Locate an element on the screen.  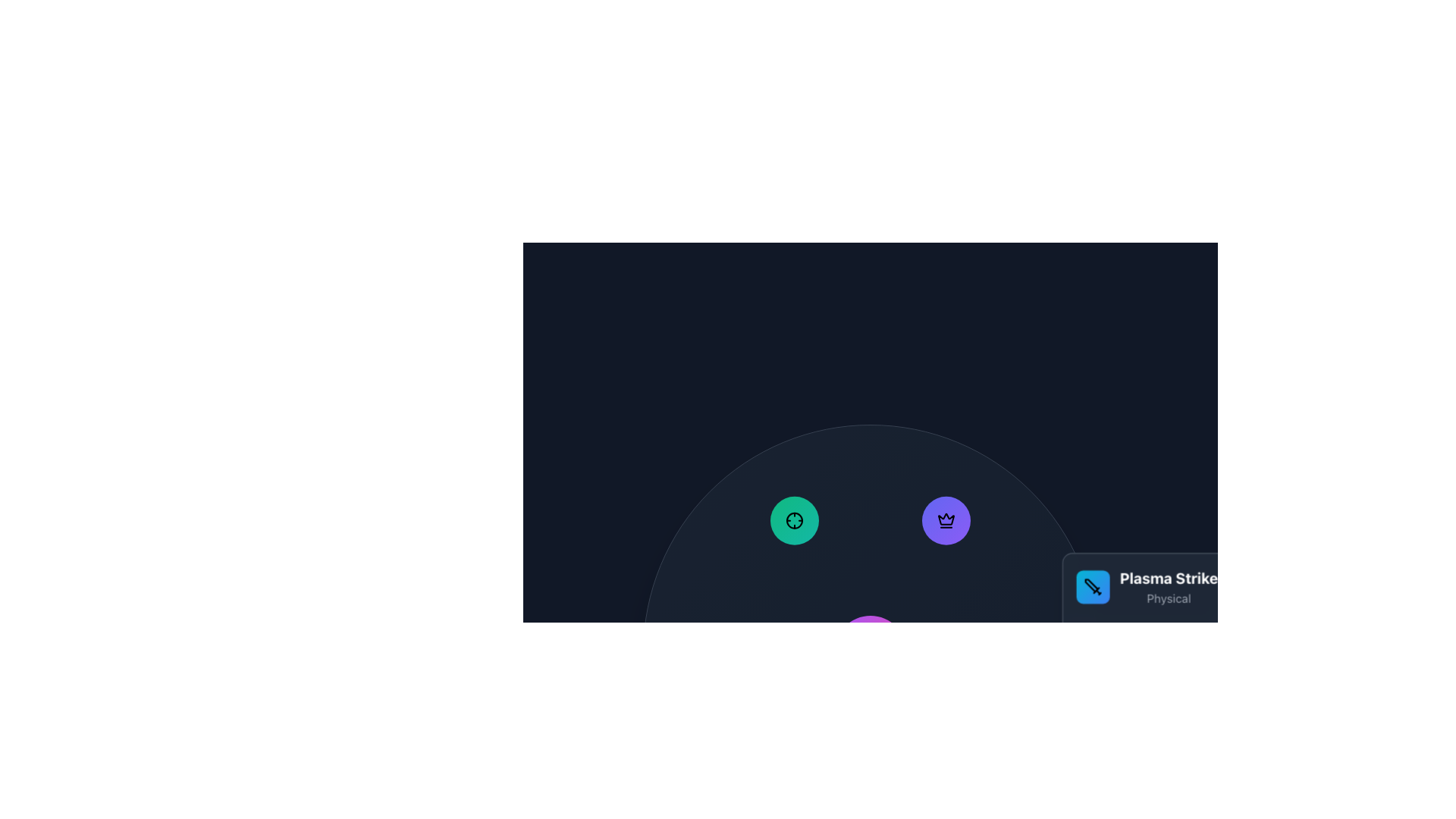
the circular green and teal button with a black crosshair icon at its center is located at coordinates (793, 519).